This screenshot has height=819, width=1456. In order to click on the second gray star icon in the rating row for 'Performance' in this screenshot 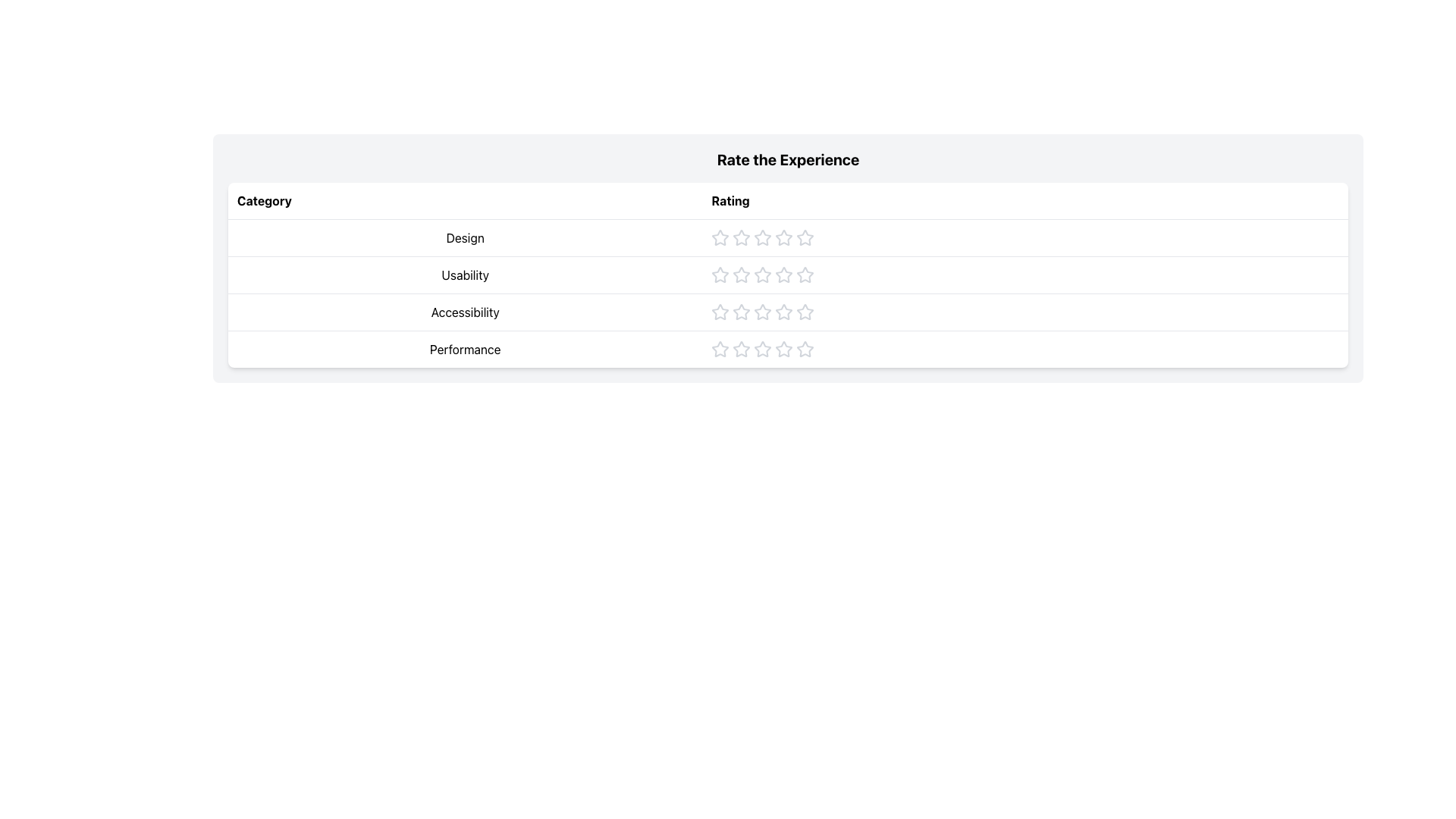, I will do `click(742, 350)`.